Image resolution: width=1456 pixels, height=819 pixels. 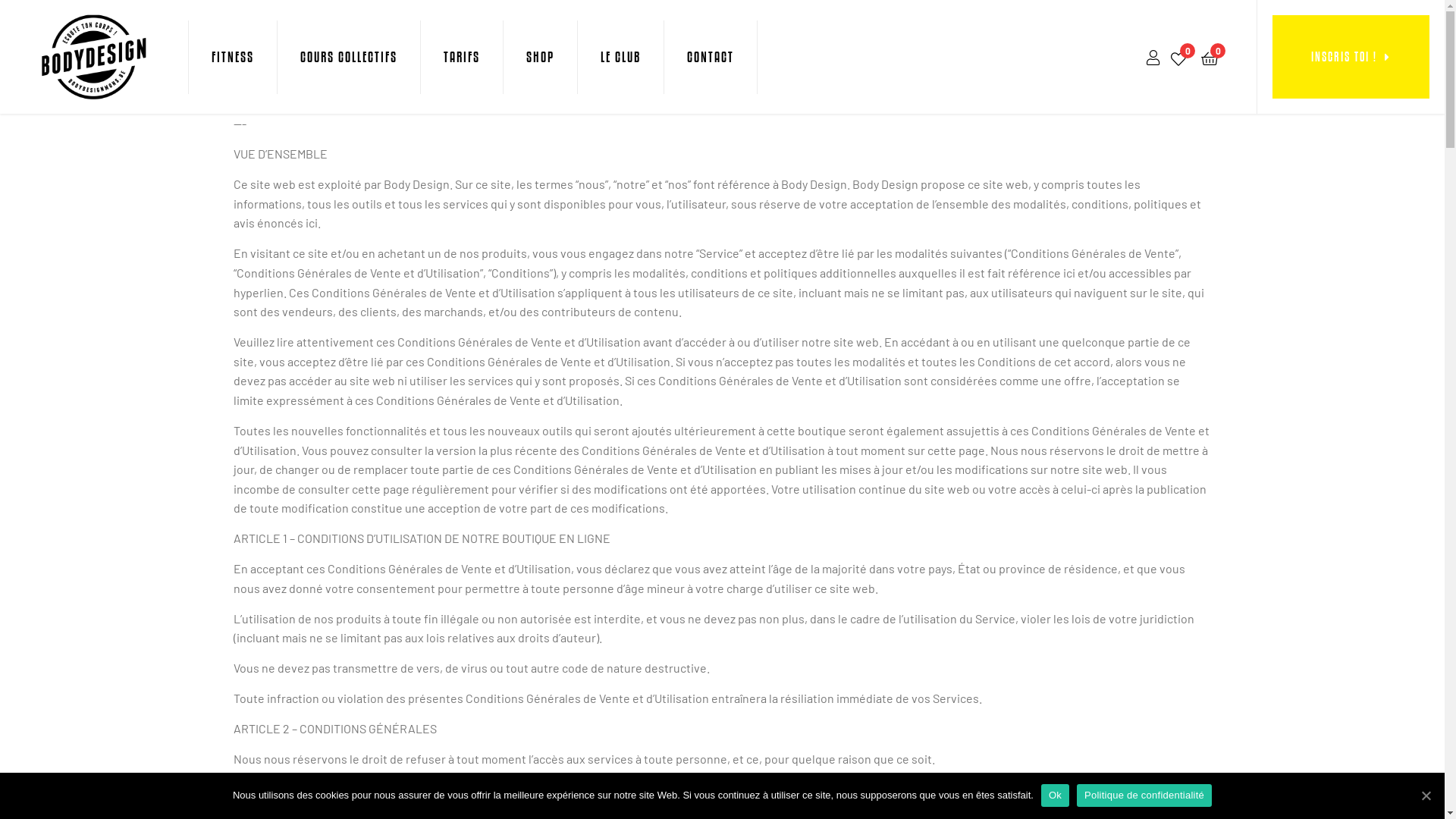 What do you see at coordinates (540, 56) in the screenshot?
I see `'SHOP'` at bounding box center [540, 56].